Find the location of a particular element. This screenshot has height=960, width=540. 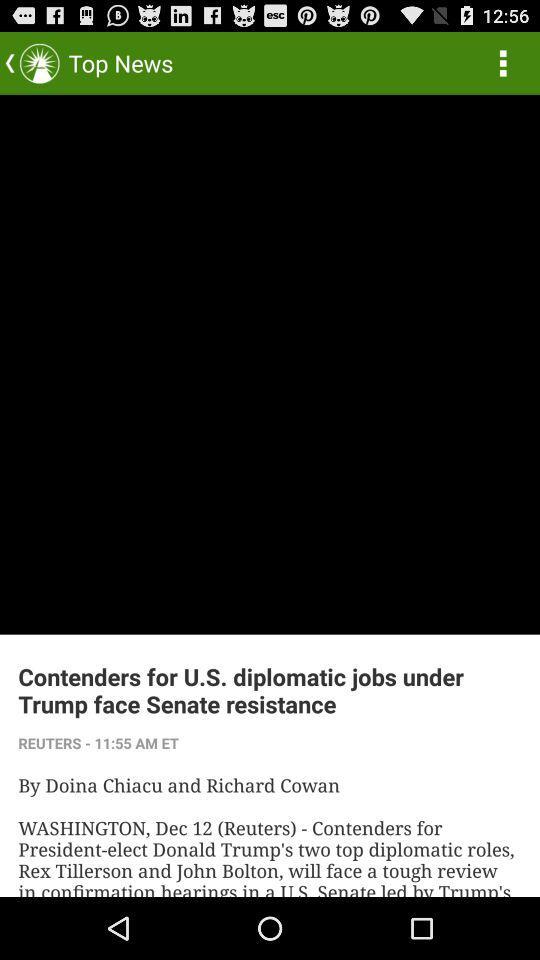

the item at the top right corner is located at coordinates (502, 62).